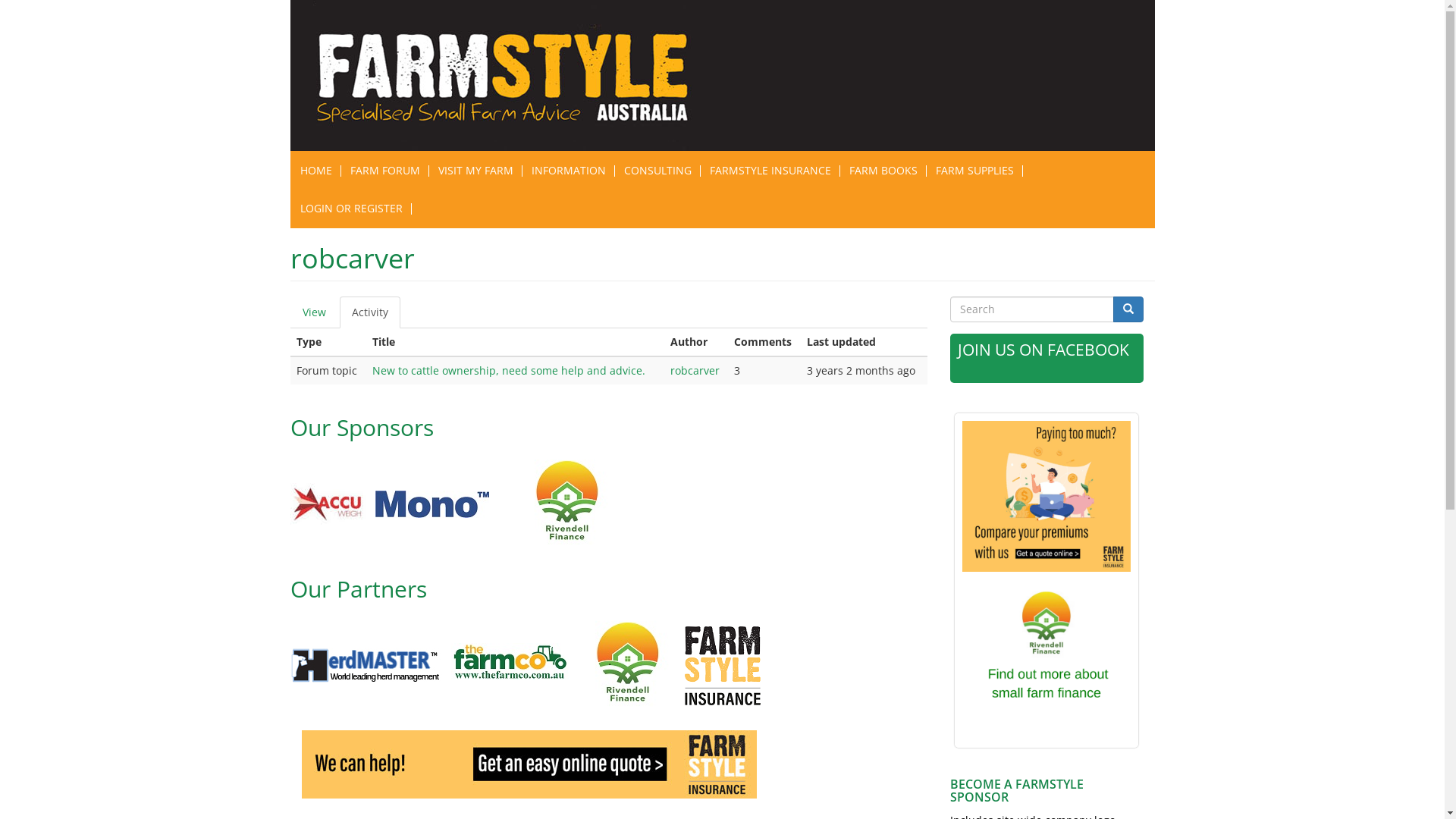 The width and height of the screenshot is (1456, 819). Describe the element at coordinates (428, 170) in the screenshot. I see `'VISIT MY FARM'` at that location.